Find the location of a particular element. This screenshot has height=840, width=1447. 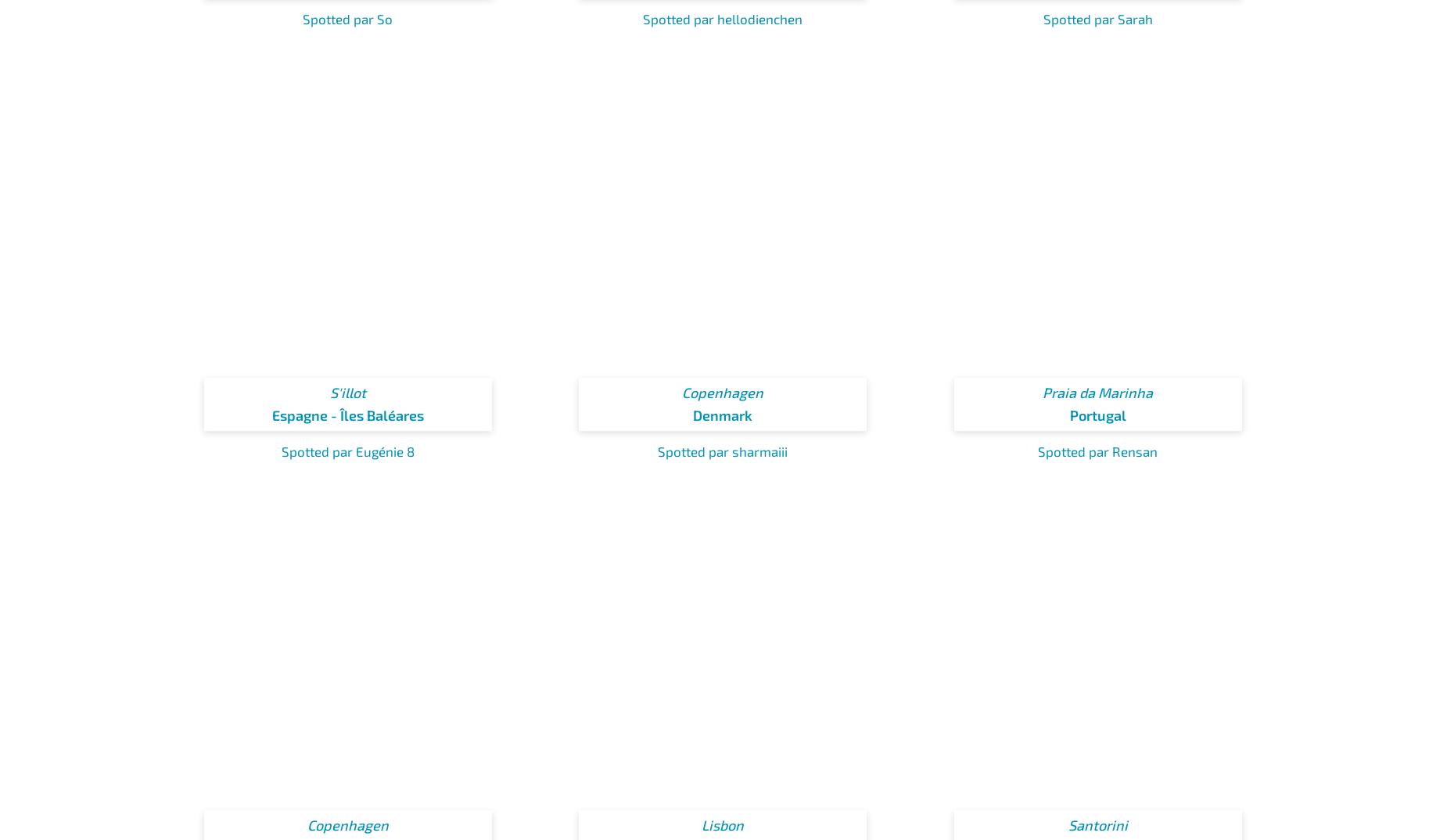

'Espagne - Îles Baléares' is located at coordinates (346, 415).